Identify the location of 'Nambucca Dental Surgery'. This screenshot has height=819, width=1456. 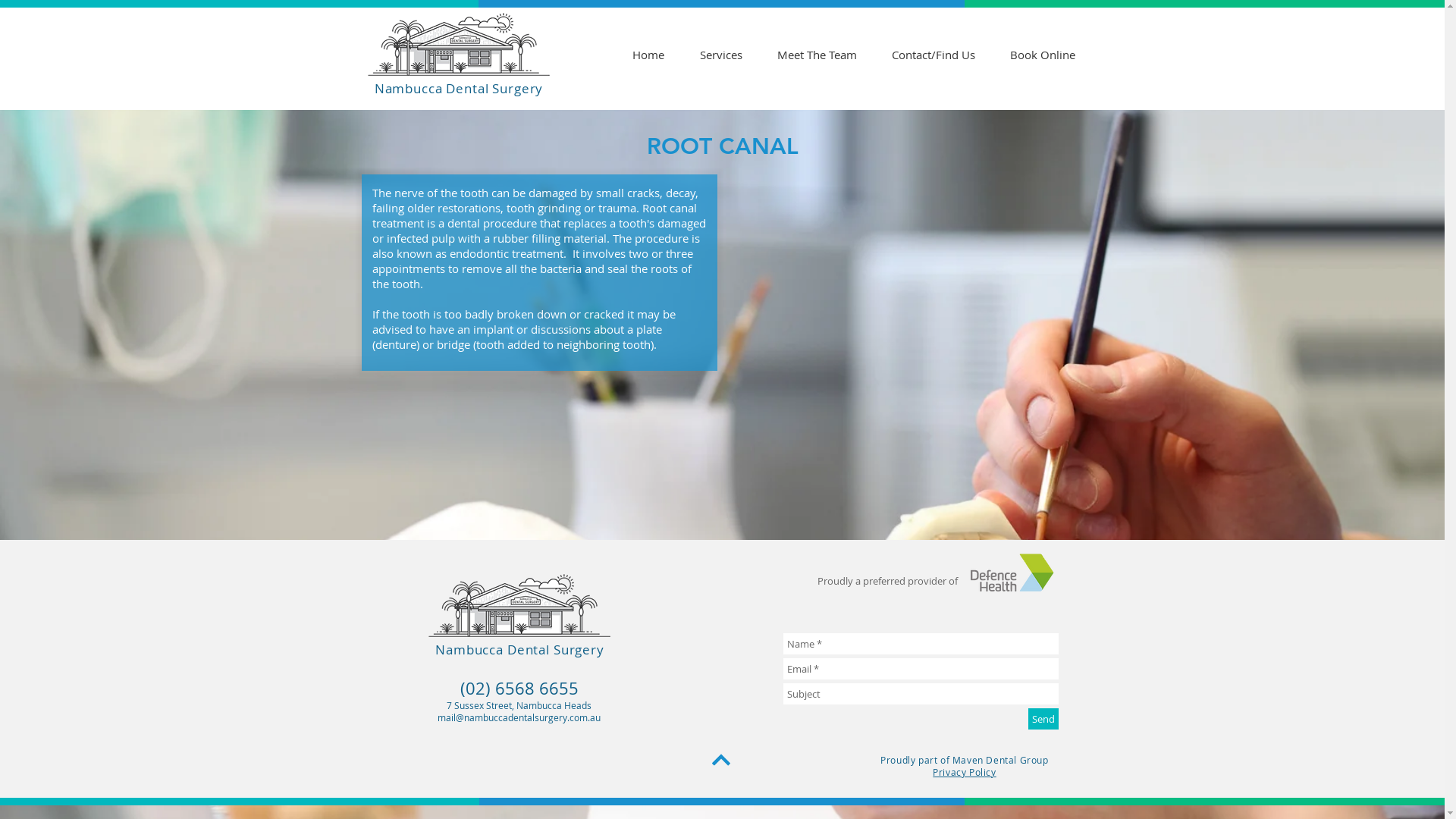
(519, 648).